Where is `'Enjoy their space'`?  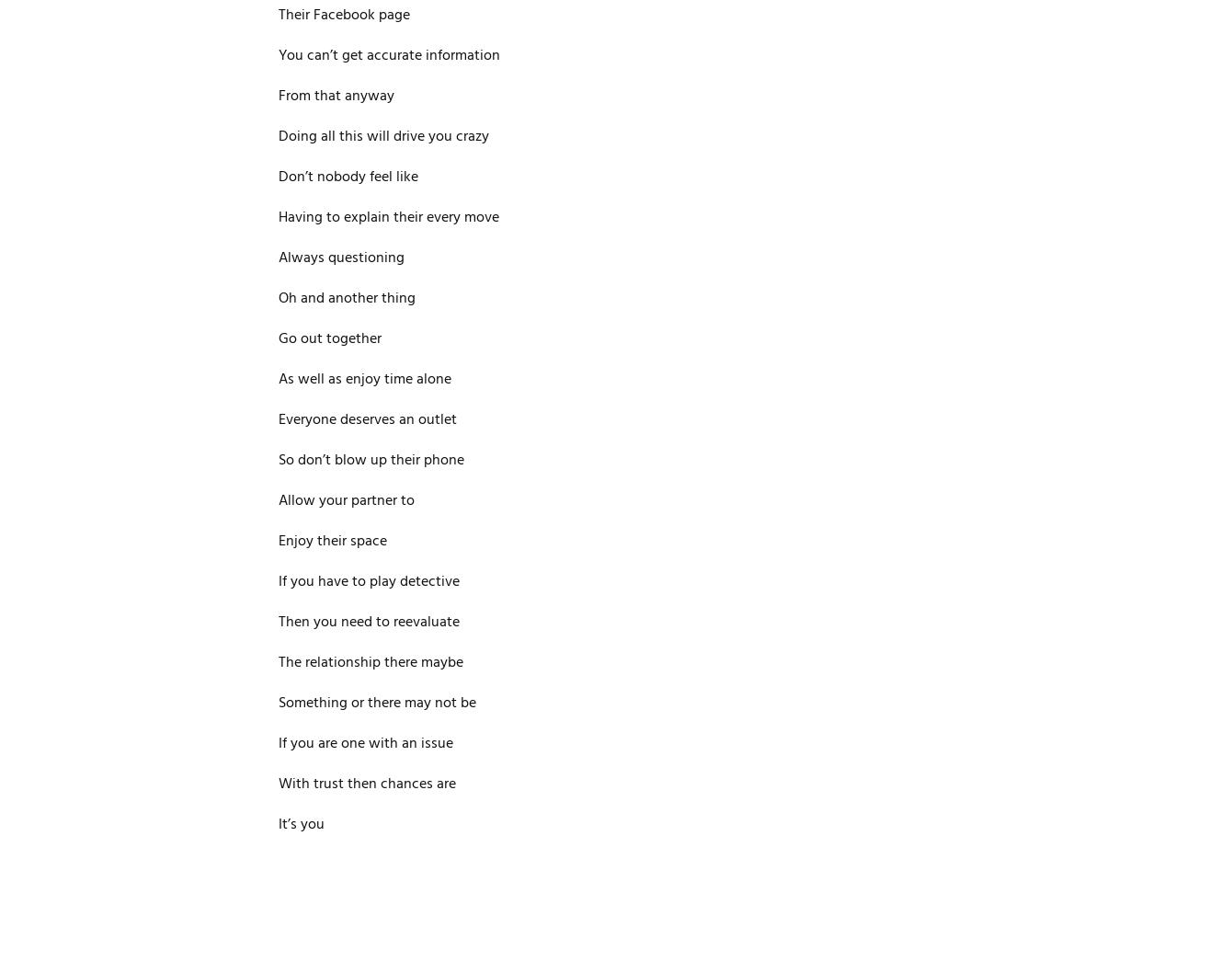 'Enjoy their space' is located at coordinates (331, 542).